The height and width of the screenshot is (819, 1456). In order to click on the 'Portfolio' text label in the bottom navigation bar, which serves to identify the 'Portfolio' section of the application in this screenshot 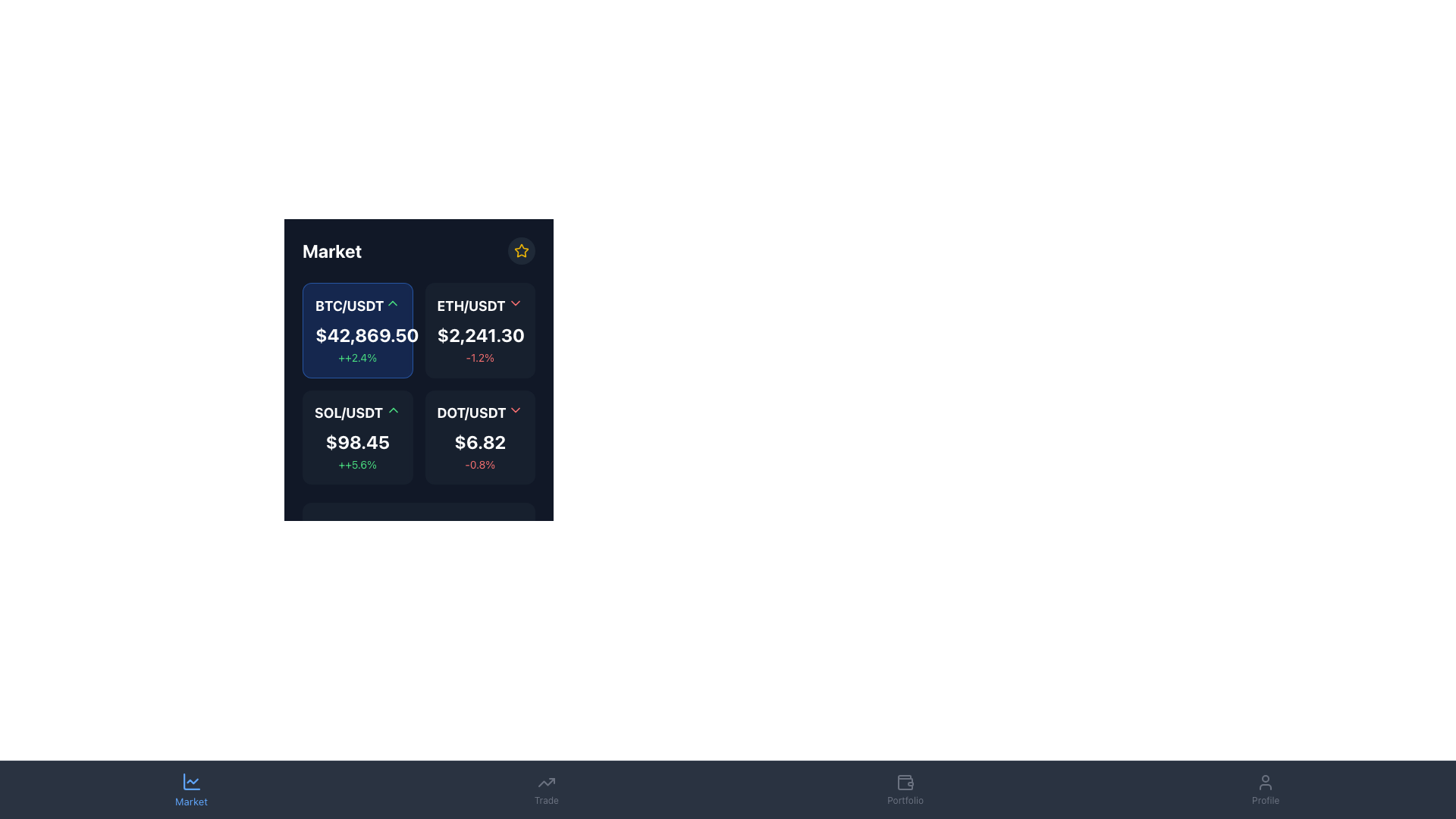, I will do `click(905, 800)`.